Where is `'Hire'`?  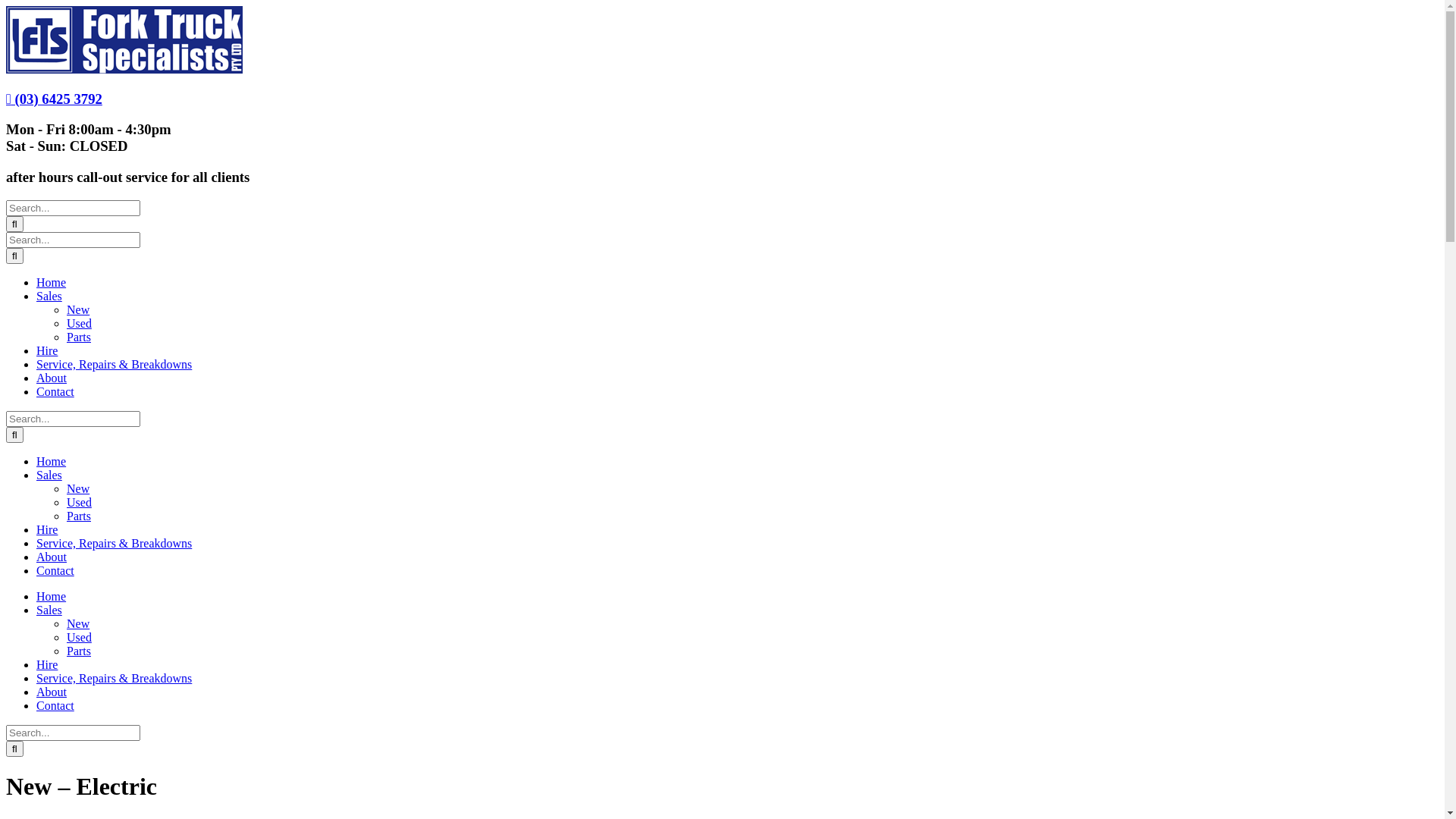 'Hire' is located at coordinates (47, 664).